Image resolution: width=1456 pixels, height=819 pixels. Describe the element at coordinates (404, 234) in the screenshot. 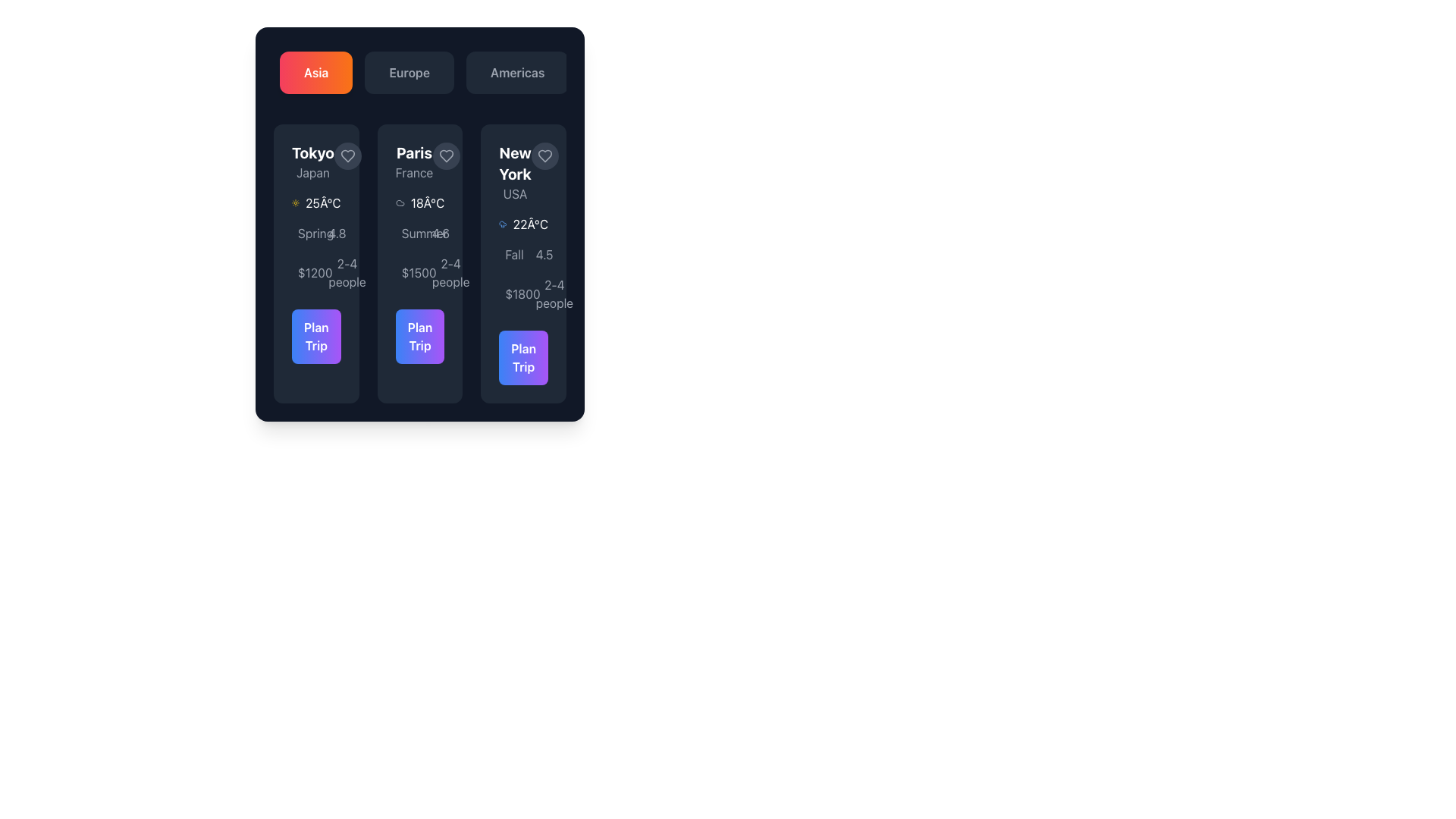

I see `the 'Summer' label with calendar icon located in the second card of the grid layout, positioned between the temperature and rating value` at that location.